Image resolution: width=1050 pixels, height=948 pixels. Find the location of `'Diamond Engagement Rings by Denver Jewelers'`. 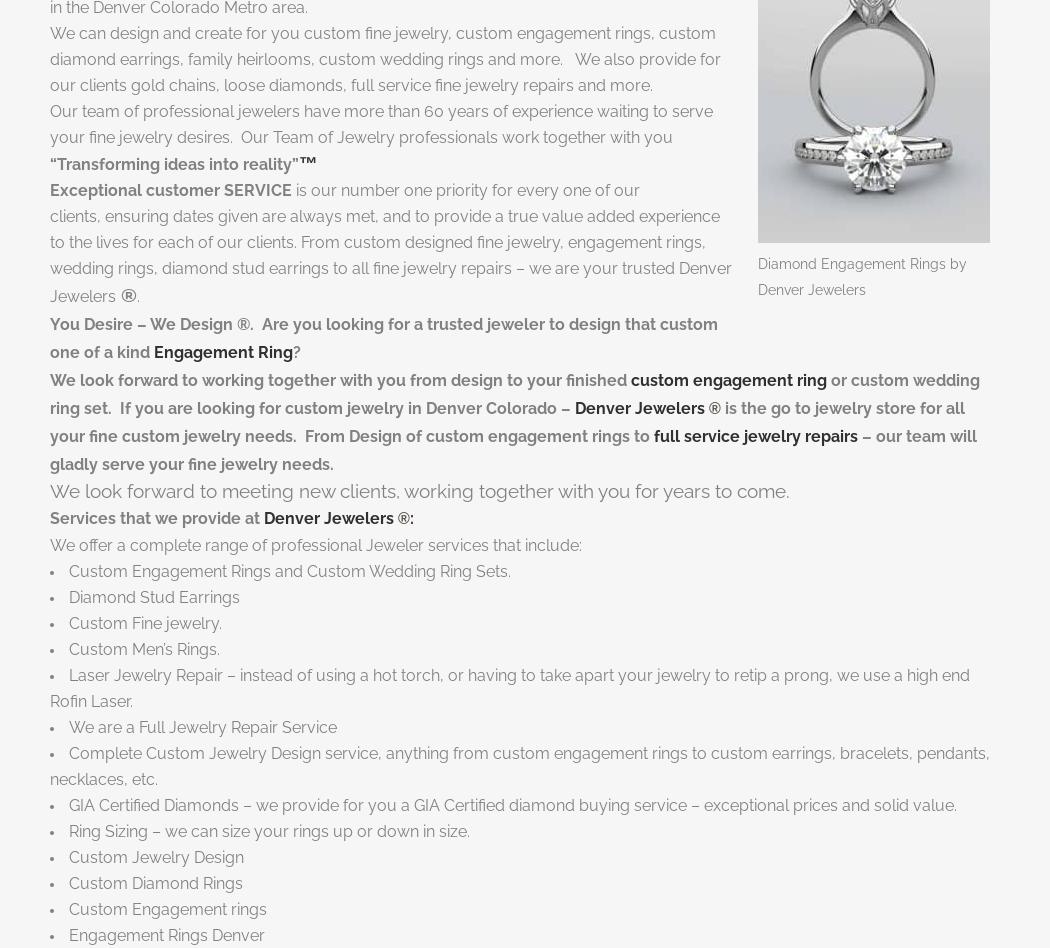

'Diamond Engagement Rings by Denver Jewelers' is located at coordinates (862, 275).